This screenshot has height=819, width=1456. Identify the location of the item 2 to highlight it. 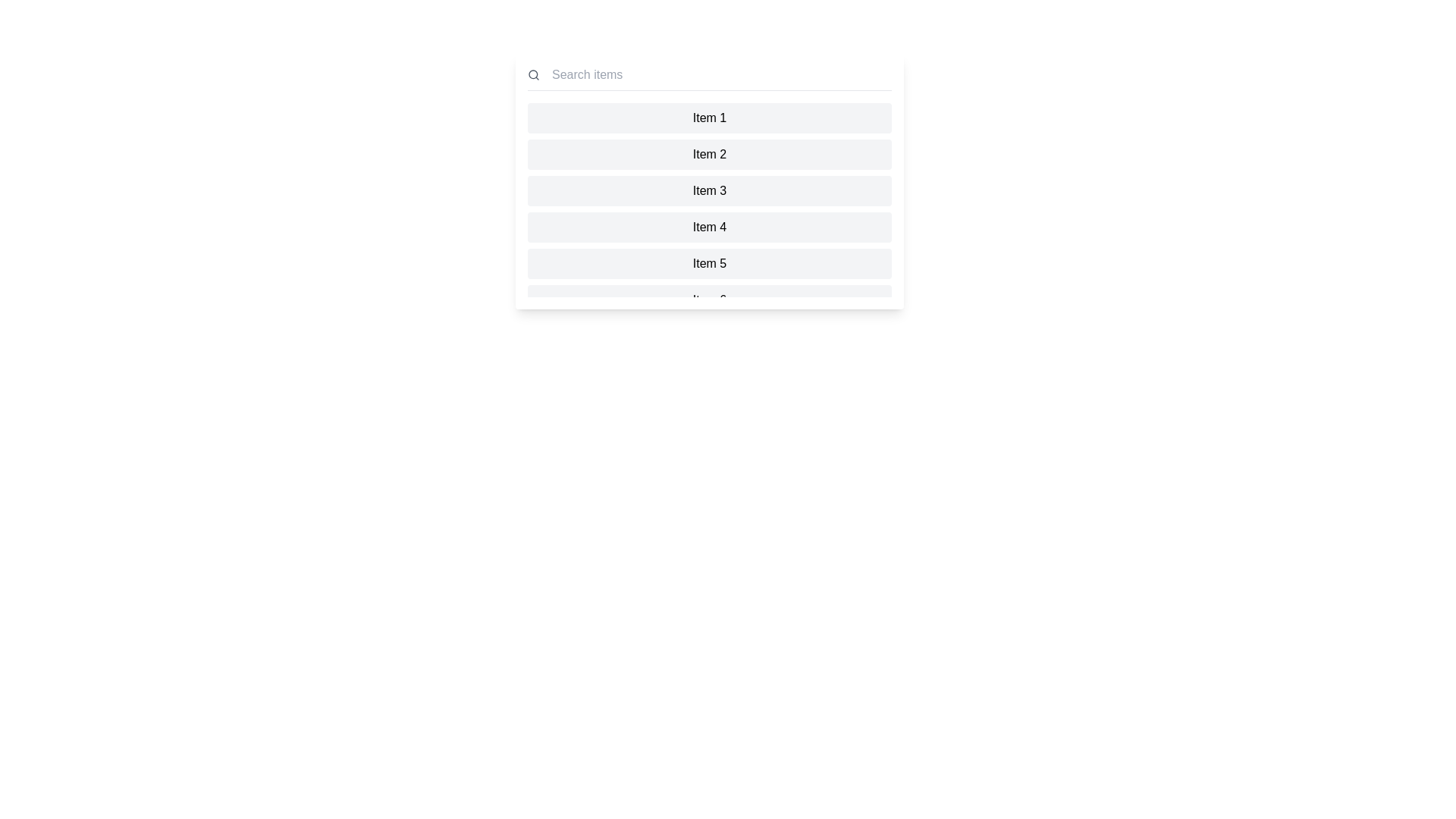
(709, 155).